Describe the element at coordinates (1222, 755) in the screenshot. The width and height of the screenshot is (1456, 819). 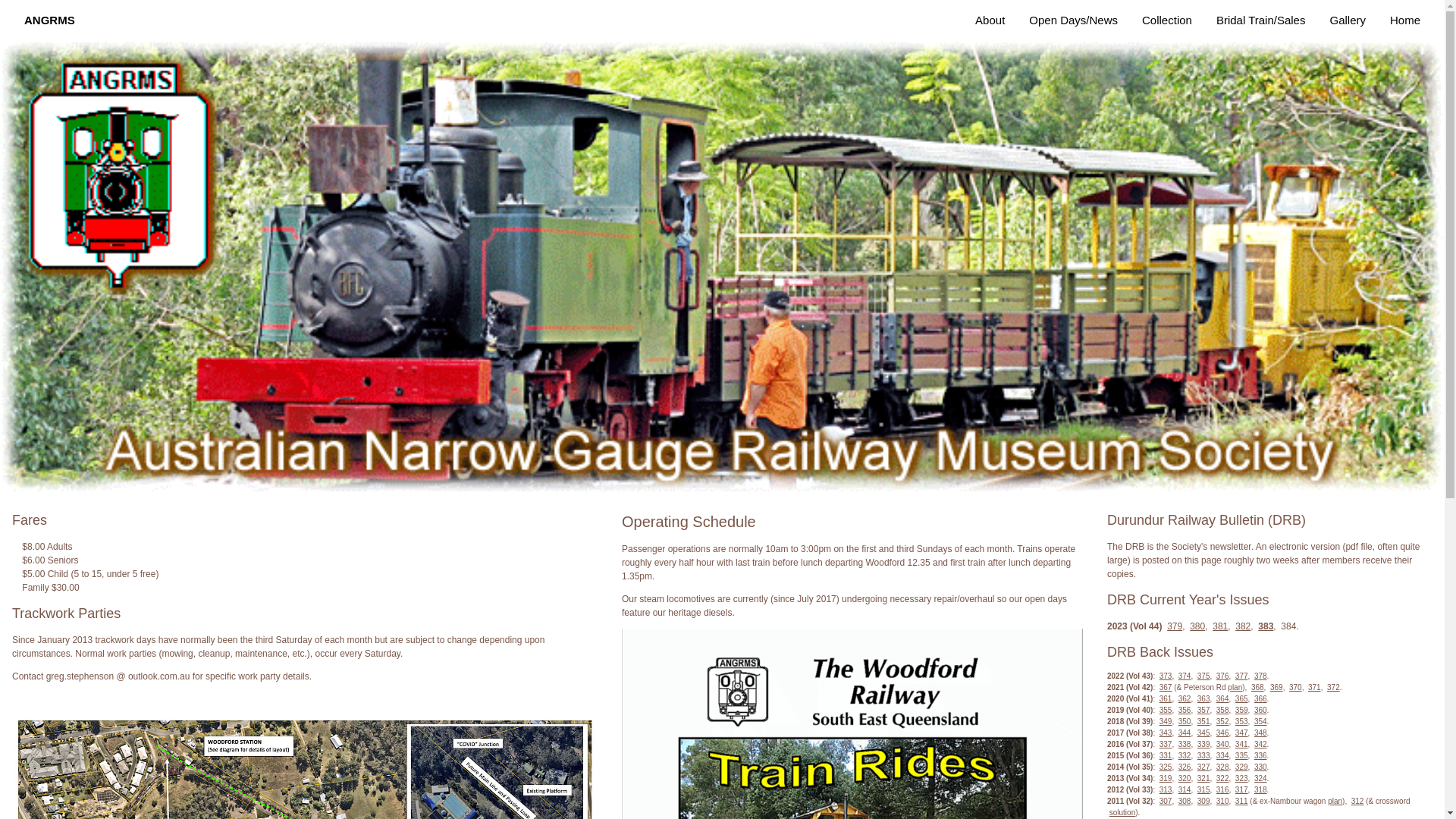
I see `'334'` at that location.